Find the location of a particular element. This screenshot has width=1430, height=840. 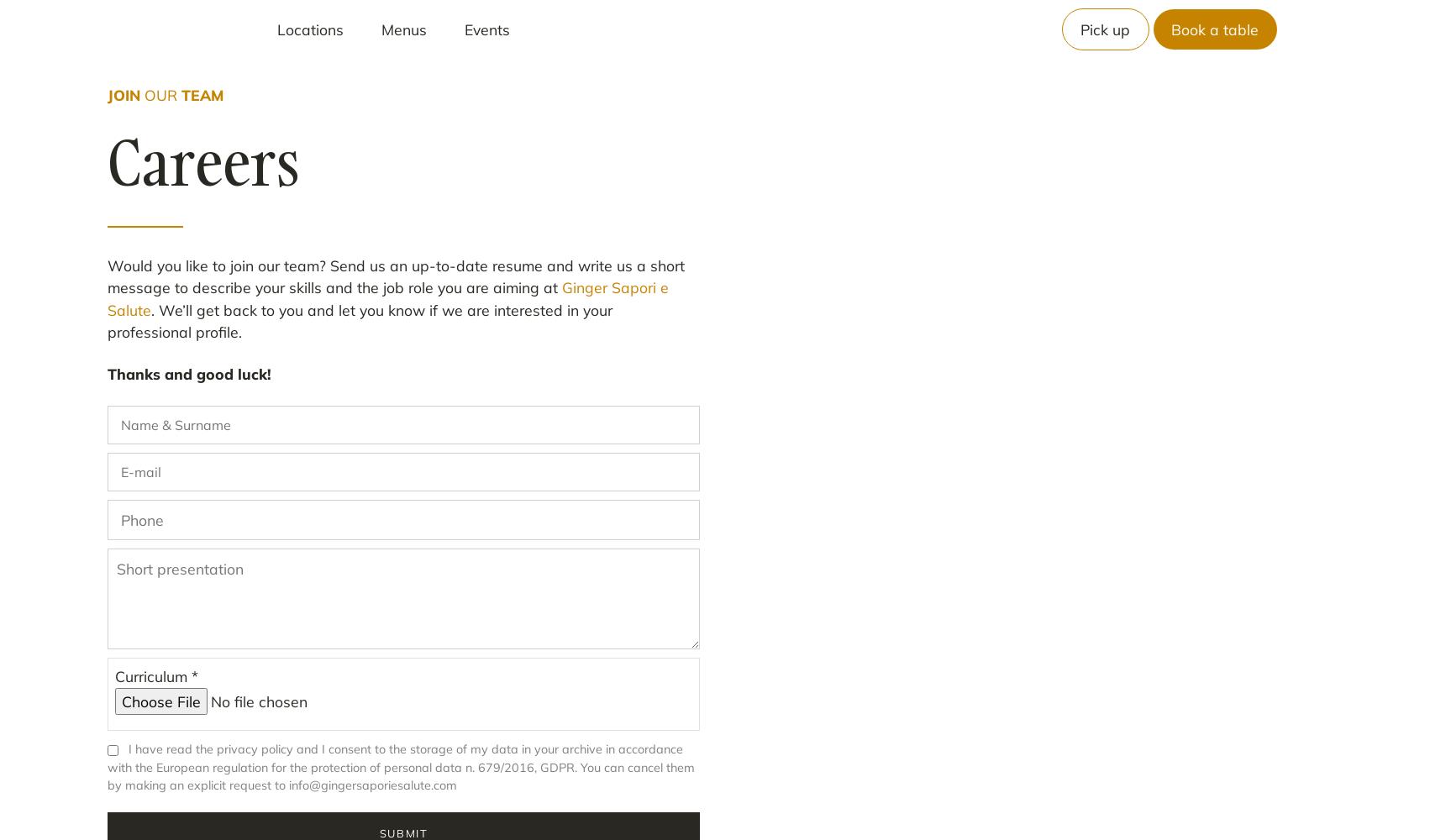

'I have read the privacy policy and I consent to the storage of my data in your archive in accordance with the European regulation for the protection of personal data n. 679/2016, GDPR. You can cancel them by making an explicit request to info@gingersaporiesalute.com' is located at coordinates (400, 767).